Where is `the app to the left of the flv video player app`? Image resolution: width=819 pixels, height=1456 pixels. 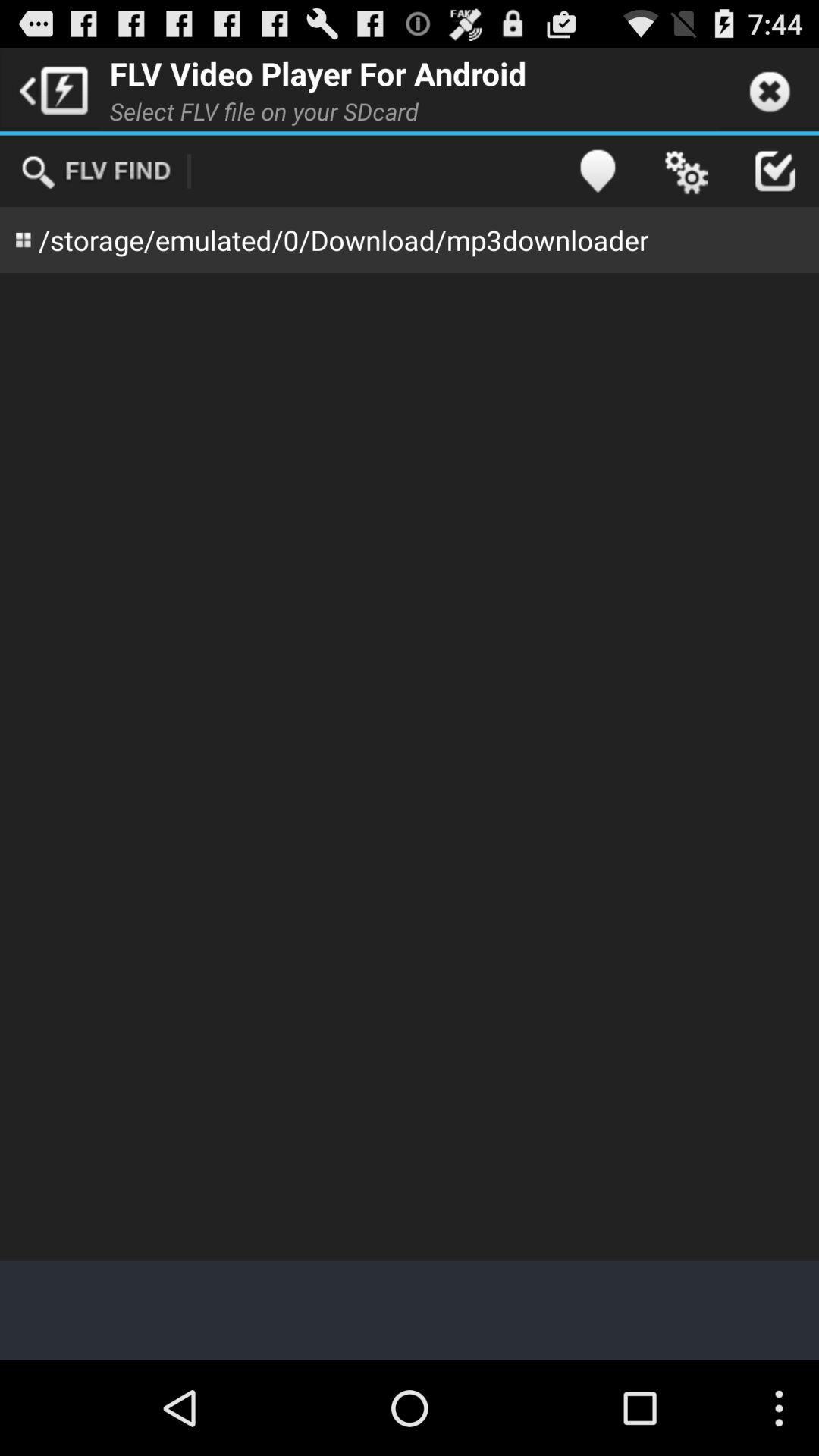
the app to the left of the flv video player app is located at coordinates (49, 88).